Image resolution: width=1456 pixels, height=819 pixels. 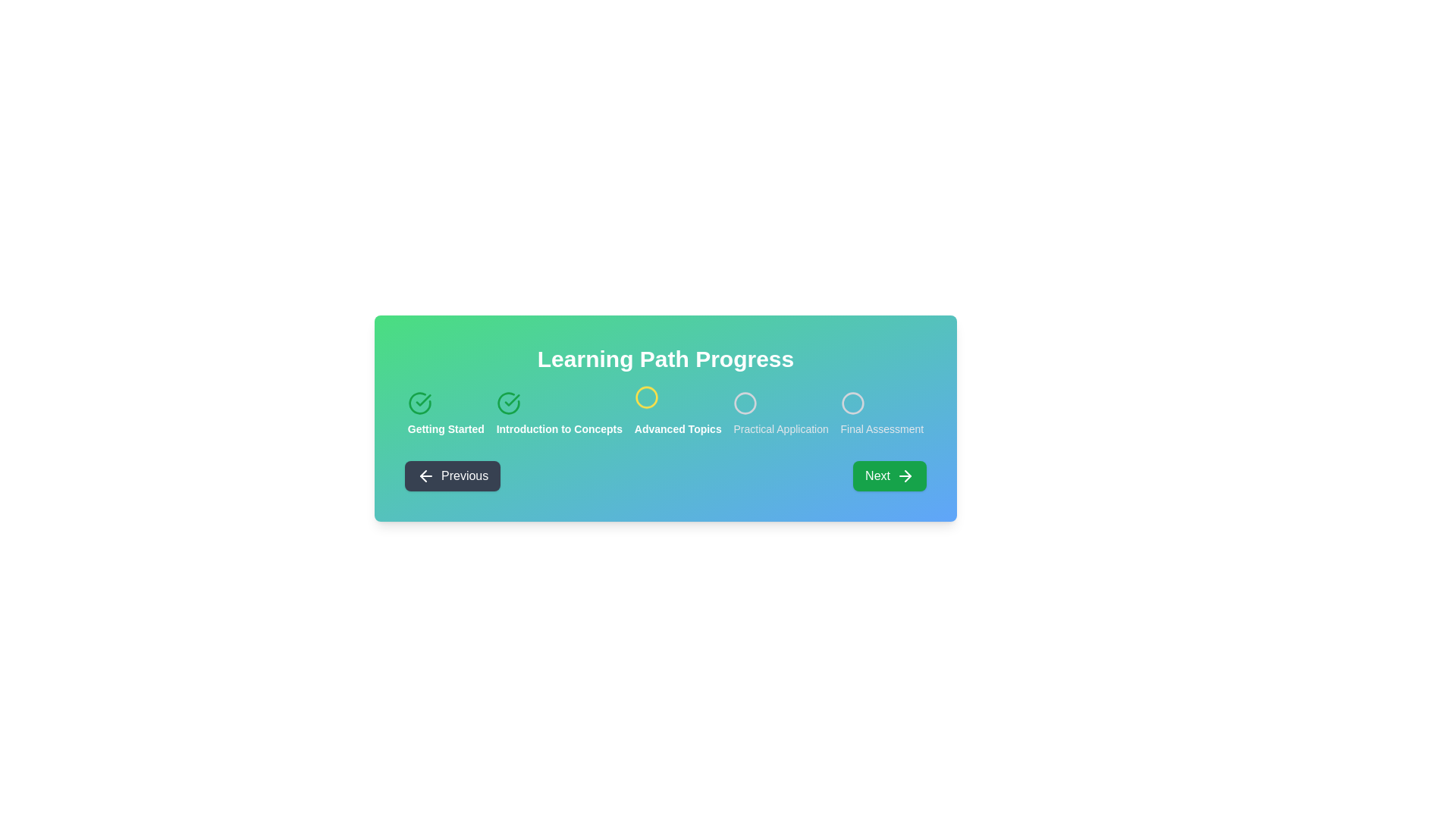 I want to click on the first progress indicator step in the progress tracking UI that visually indicates the completion of the 'Getting Started' stage, so click(x=445, y=414).